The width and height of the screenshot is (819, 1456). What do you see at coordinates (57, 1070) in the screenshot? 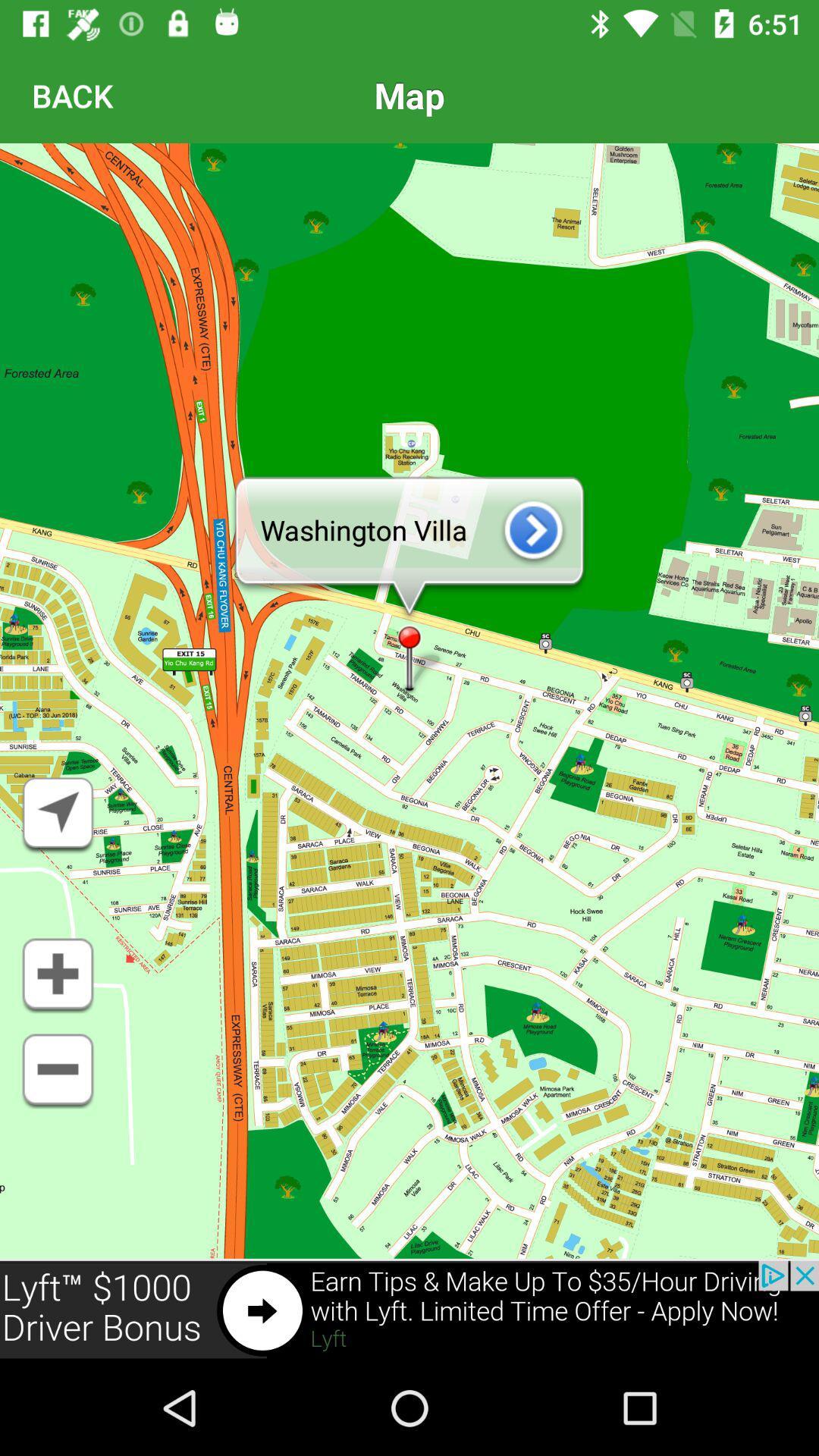
I see `less focus` at bounding box center [57, 1070].